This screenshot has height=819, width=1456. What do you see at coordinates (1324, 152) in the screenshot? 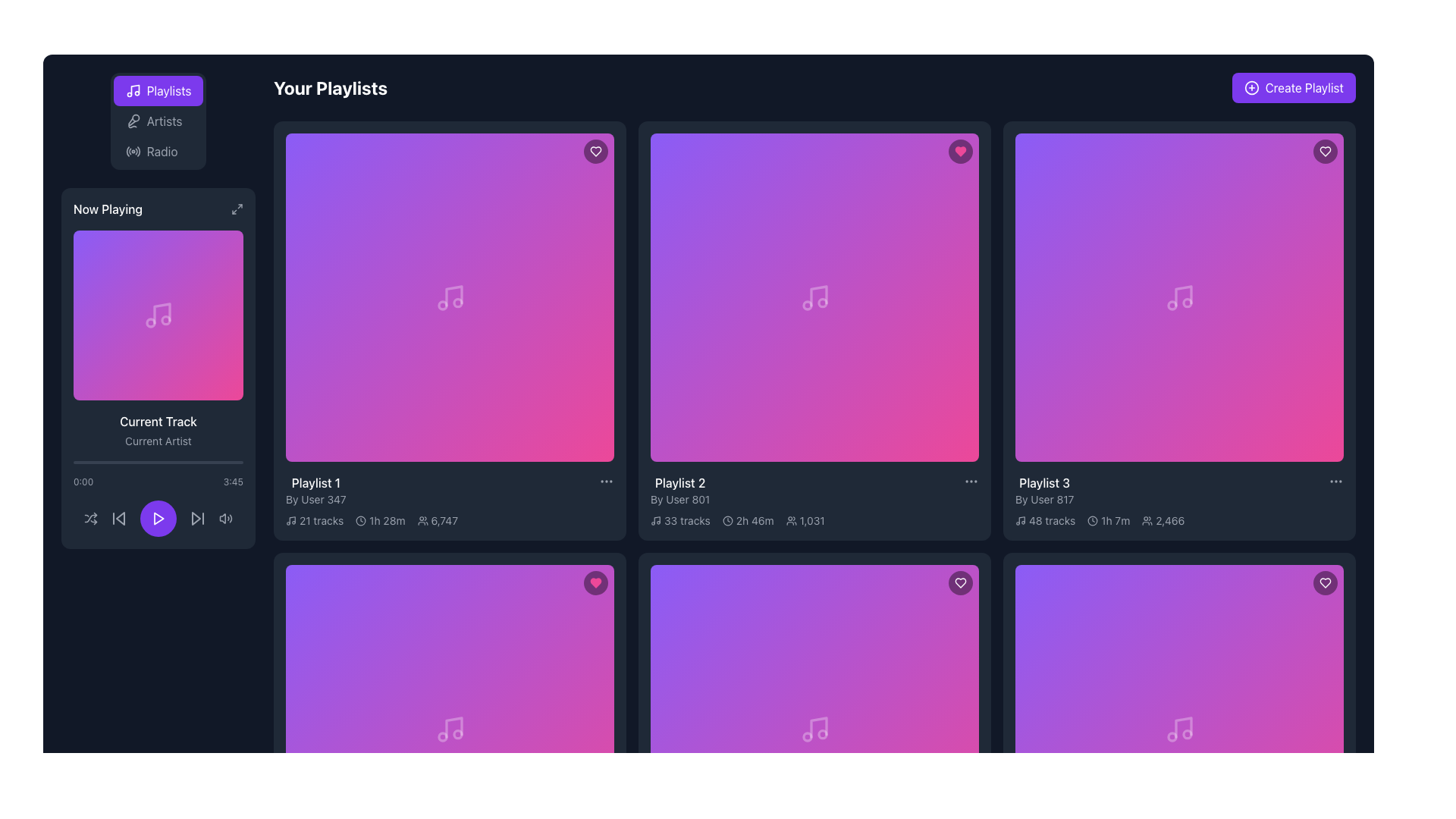
I see `the heart icon button located in the top-right corner of Playlist 3` at bounding box center [1324, 152].